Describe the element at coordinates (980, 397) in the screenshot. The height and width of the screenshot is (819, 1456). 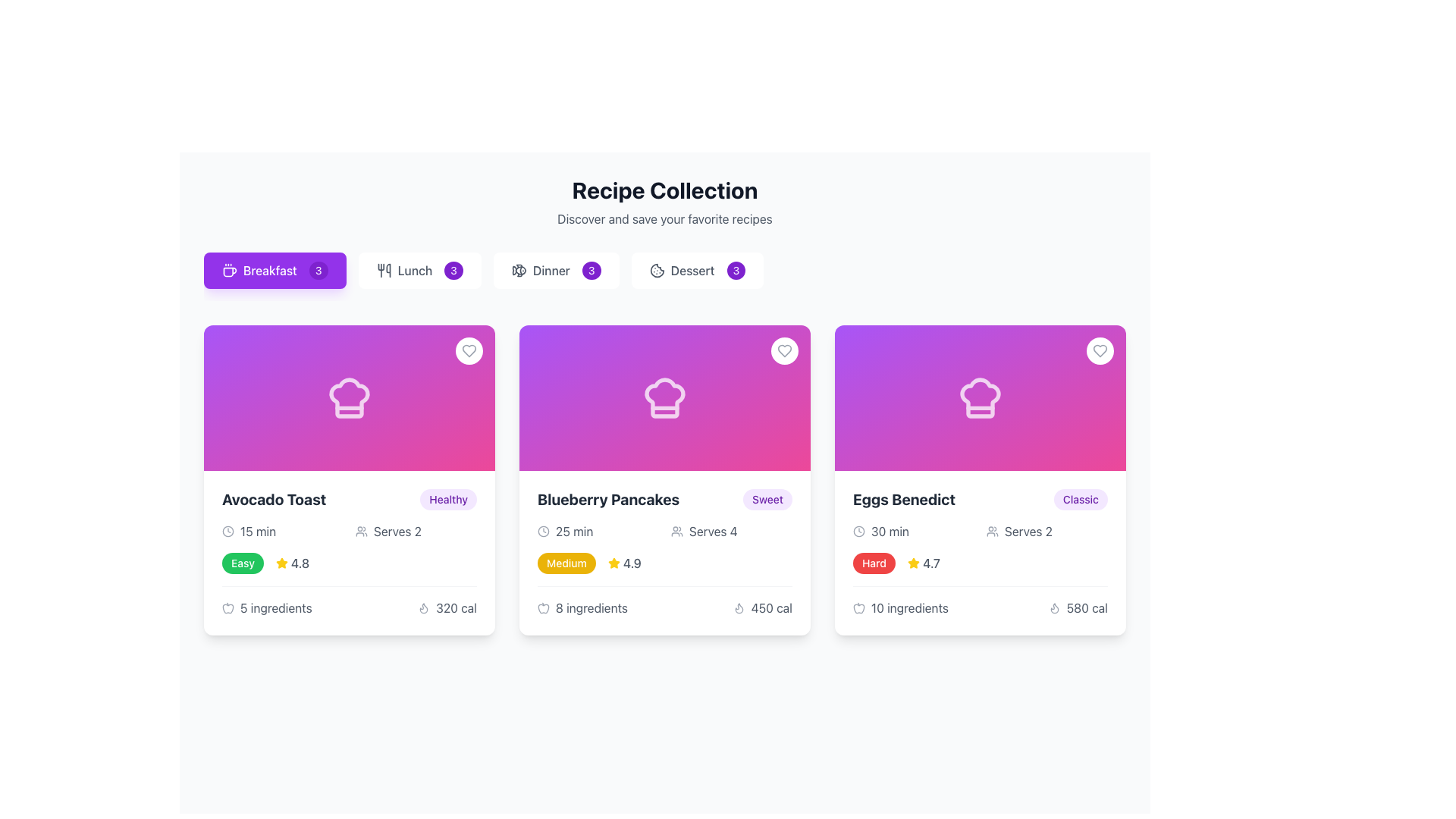
I see `the icon representing the recipe card for 'Eggs Benedict', located at the top center of the card, which serves as a visual branding for culinary content` at that location.